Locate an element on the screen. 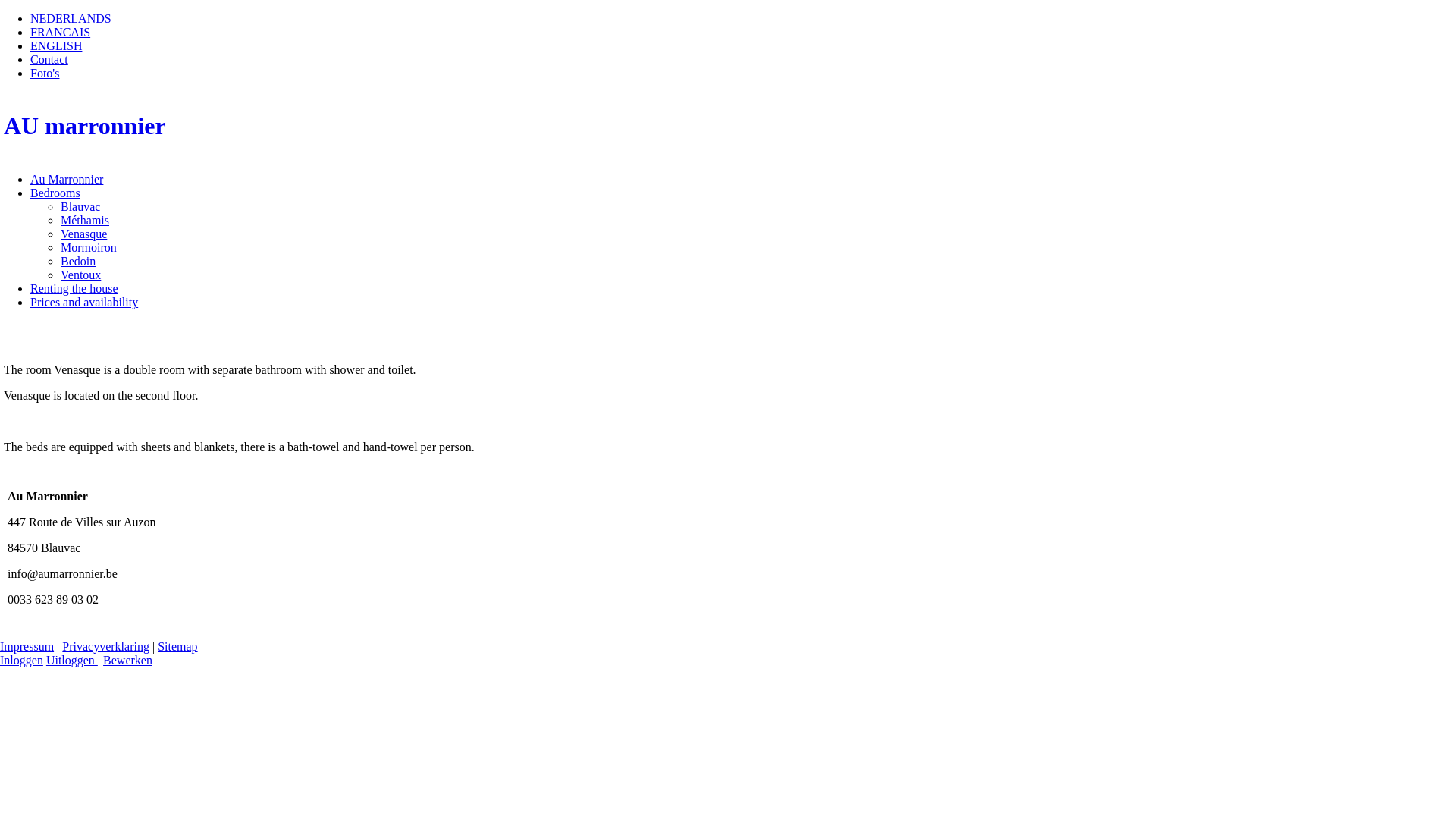 The width and height of the screenshot is (1456, 819). 'Bewerken' is located at coordinates (127, 659).